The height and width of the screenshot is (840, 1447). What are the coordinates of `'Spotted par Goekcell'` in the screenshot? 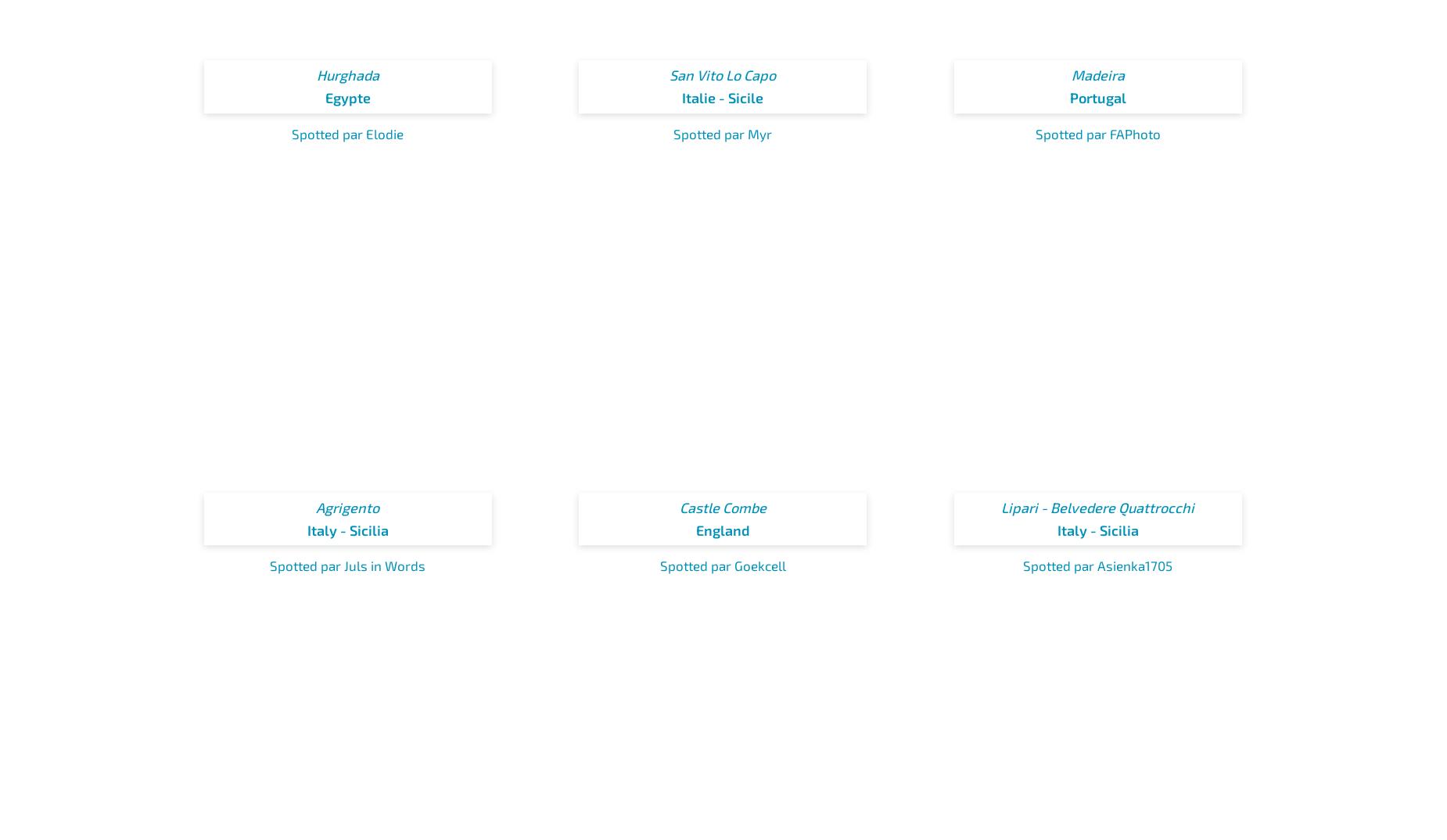 It's located at (722, 565).